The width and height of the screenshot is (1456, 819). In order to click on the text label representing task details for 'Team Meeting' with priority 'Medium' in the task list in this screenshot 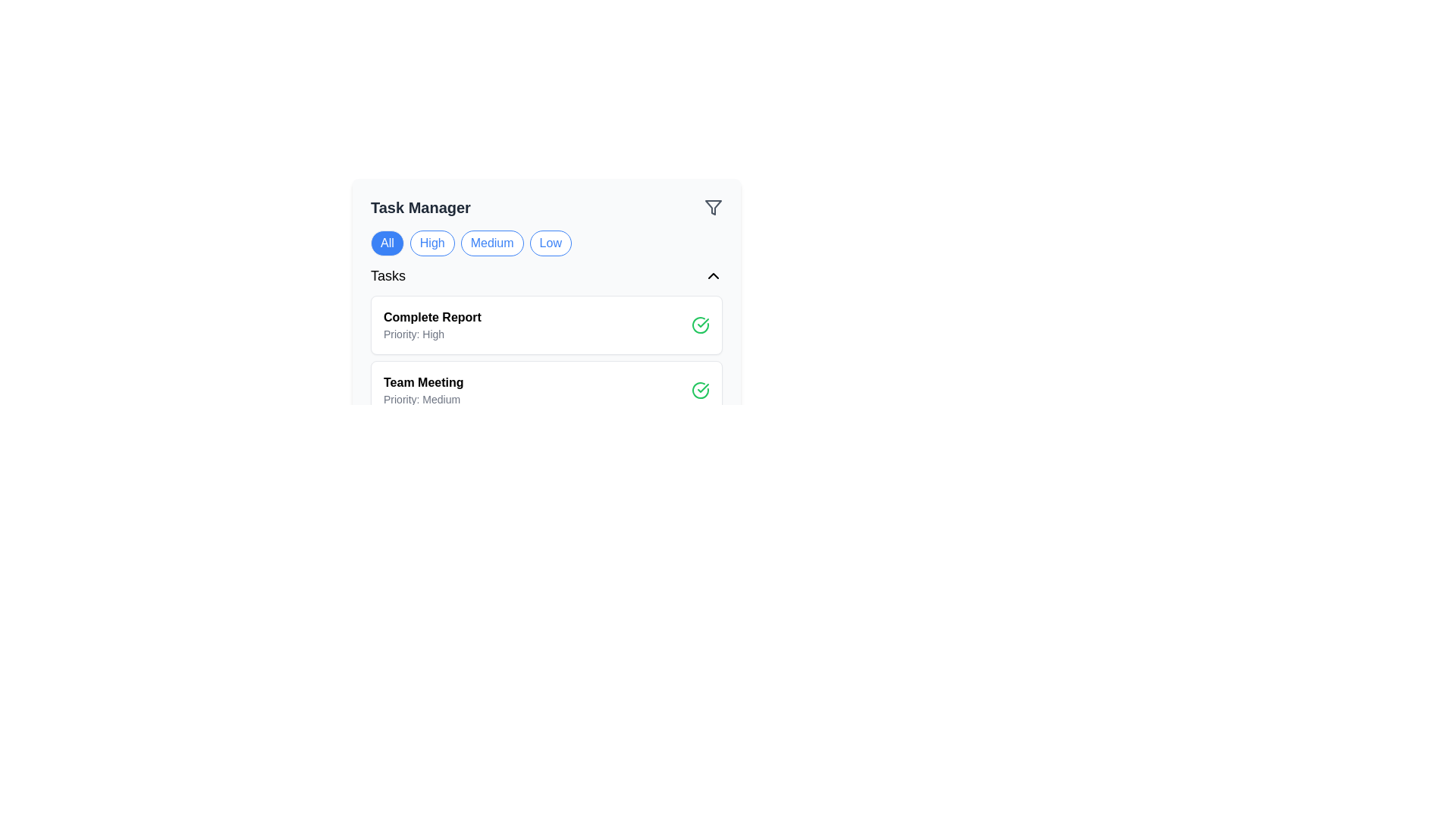, I will do `click(423, 390)`.